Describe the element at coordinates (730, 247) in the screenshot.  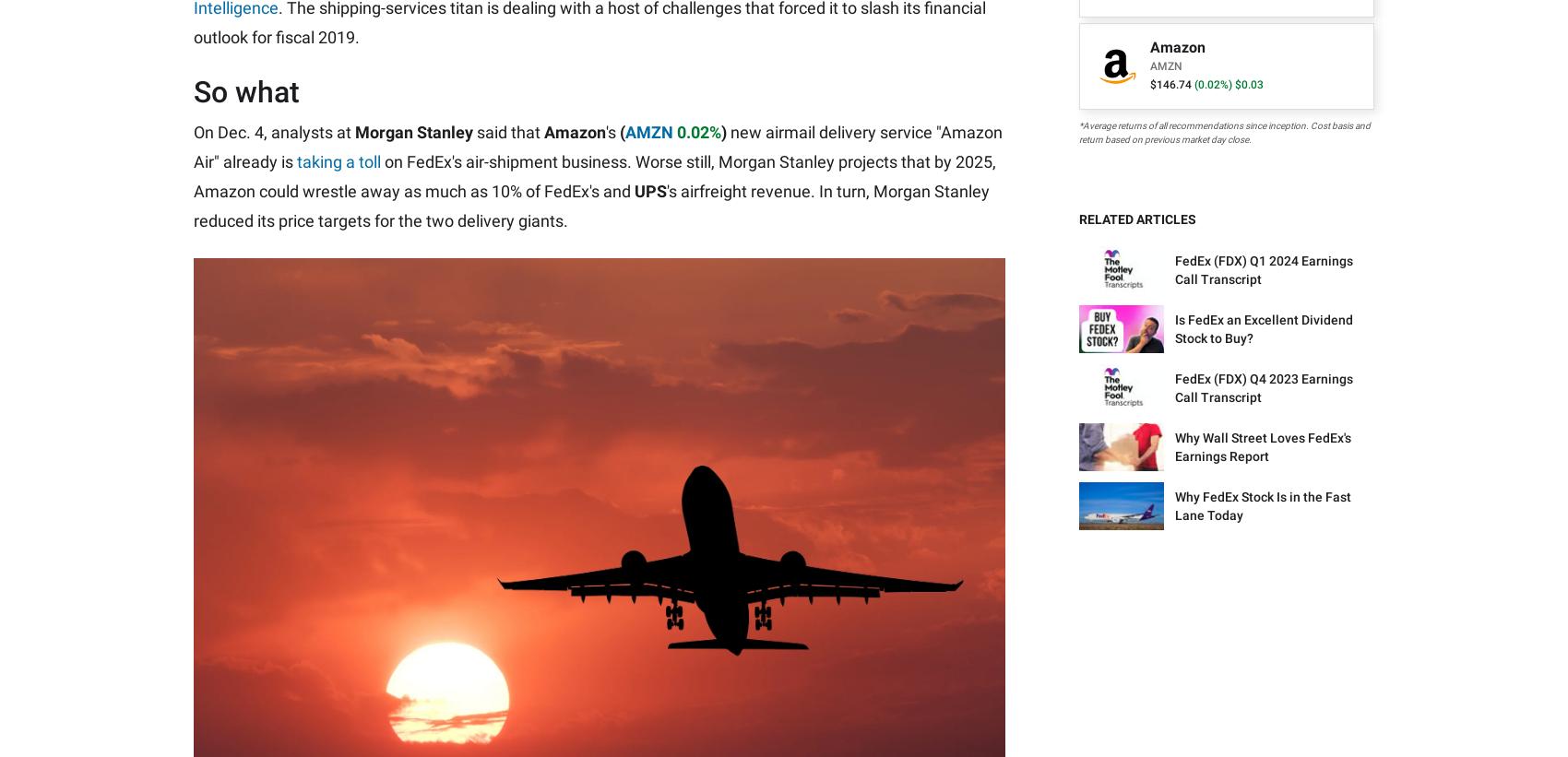
I see `'Stock Advisor'` at that location.